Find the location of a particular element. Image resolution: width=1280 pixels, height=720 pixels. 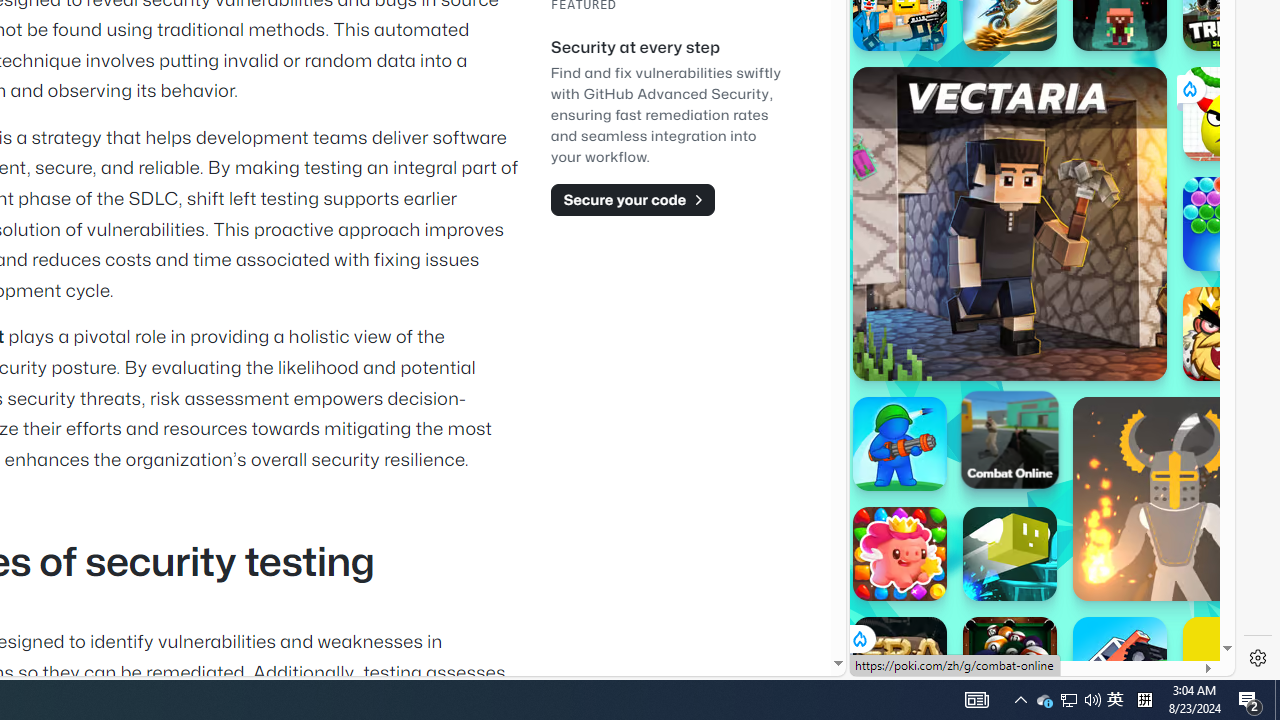

'Monster Tracks' is located at coordinates (1120, 664).